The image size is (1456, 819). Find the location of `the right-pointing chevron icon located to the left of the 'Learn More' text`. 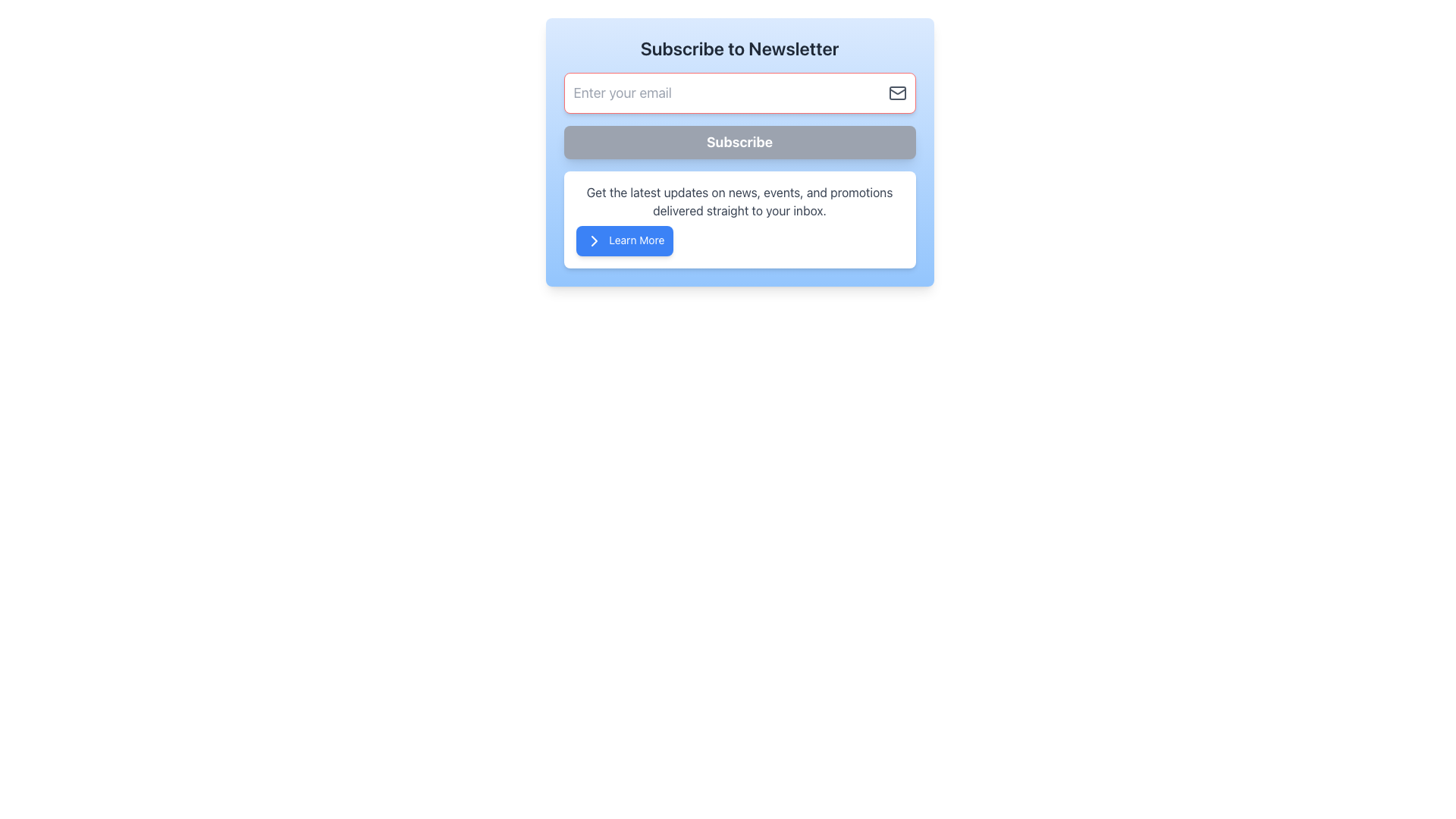

the right-pointing chevron icon located to the left of the 'Learn More' text is located at coordinates (593, 240).